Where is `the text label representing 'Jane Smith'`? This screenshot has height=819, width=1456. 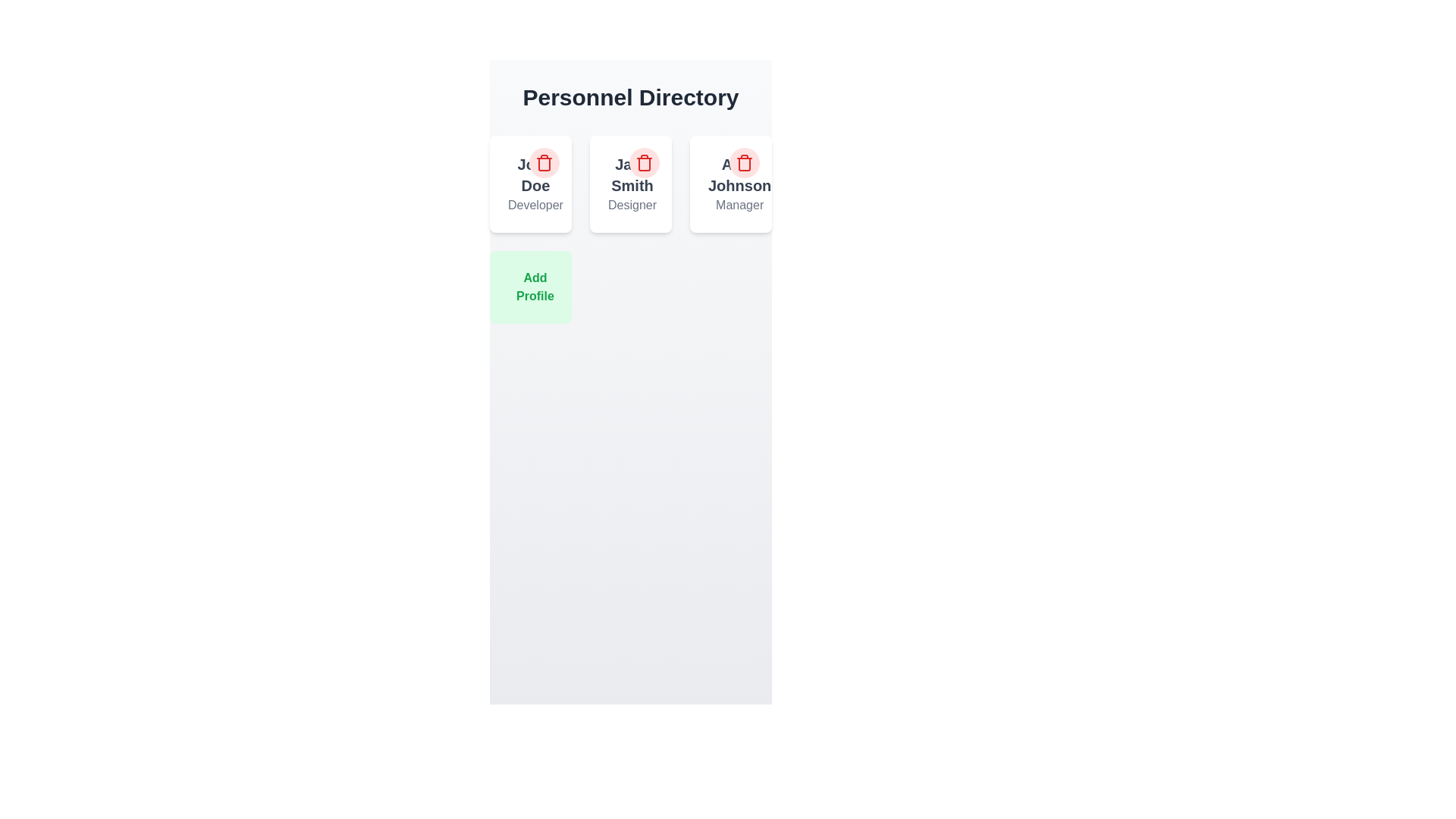
the text label representing 'Jane Smith' is located at coordinates (632, 184).